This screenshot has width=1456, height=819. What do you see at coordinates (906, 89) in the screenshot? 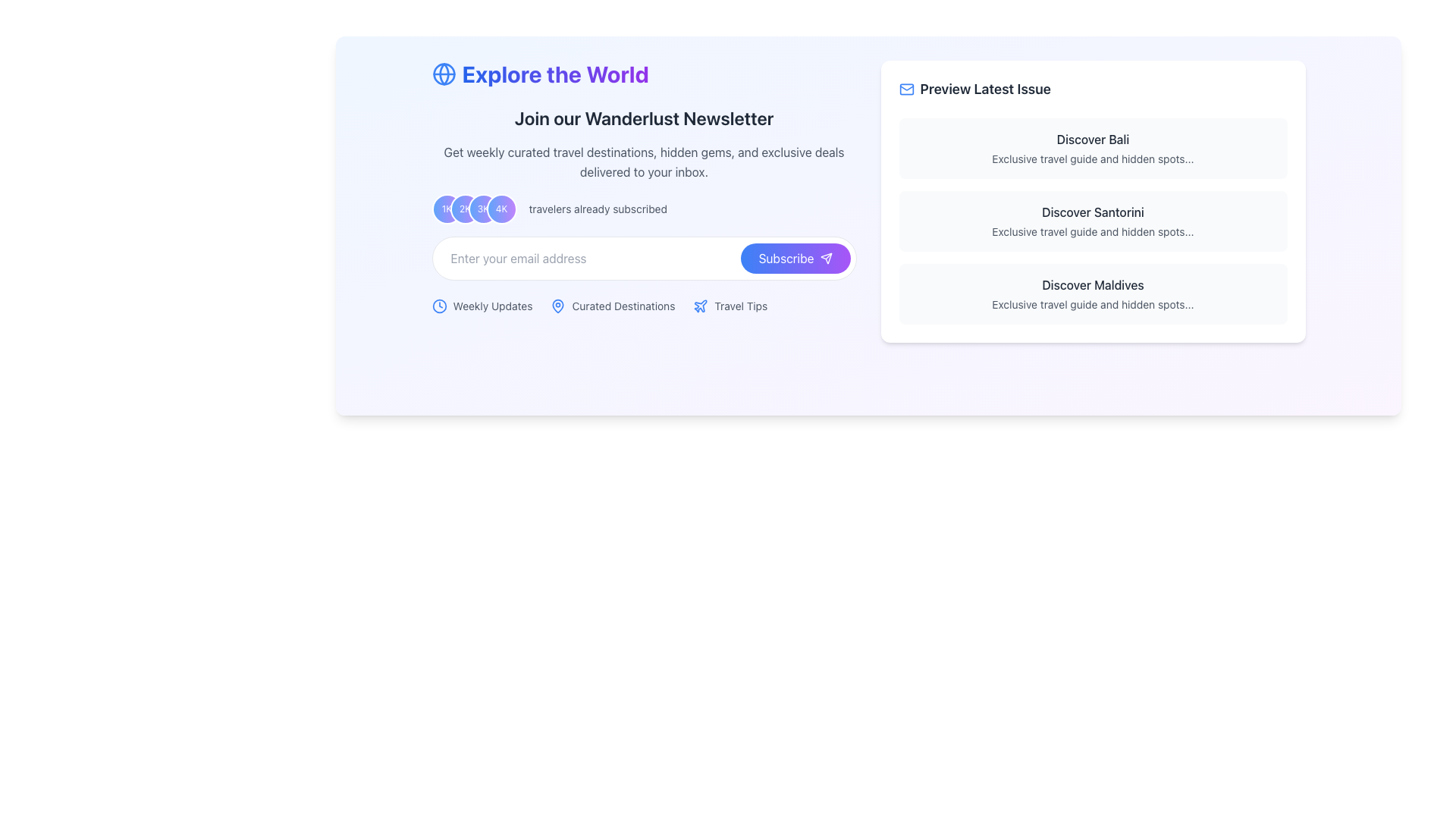
I see `the envelope body icon component, which is part of the mail symbol located to the left of the 'Preview Latest Issue' header` at bounding box center [906, 89].